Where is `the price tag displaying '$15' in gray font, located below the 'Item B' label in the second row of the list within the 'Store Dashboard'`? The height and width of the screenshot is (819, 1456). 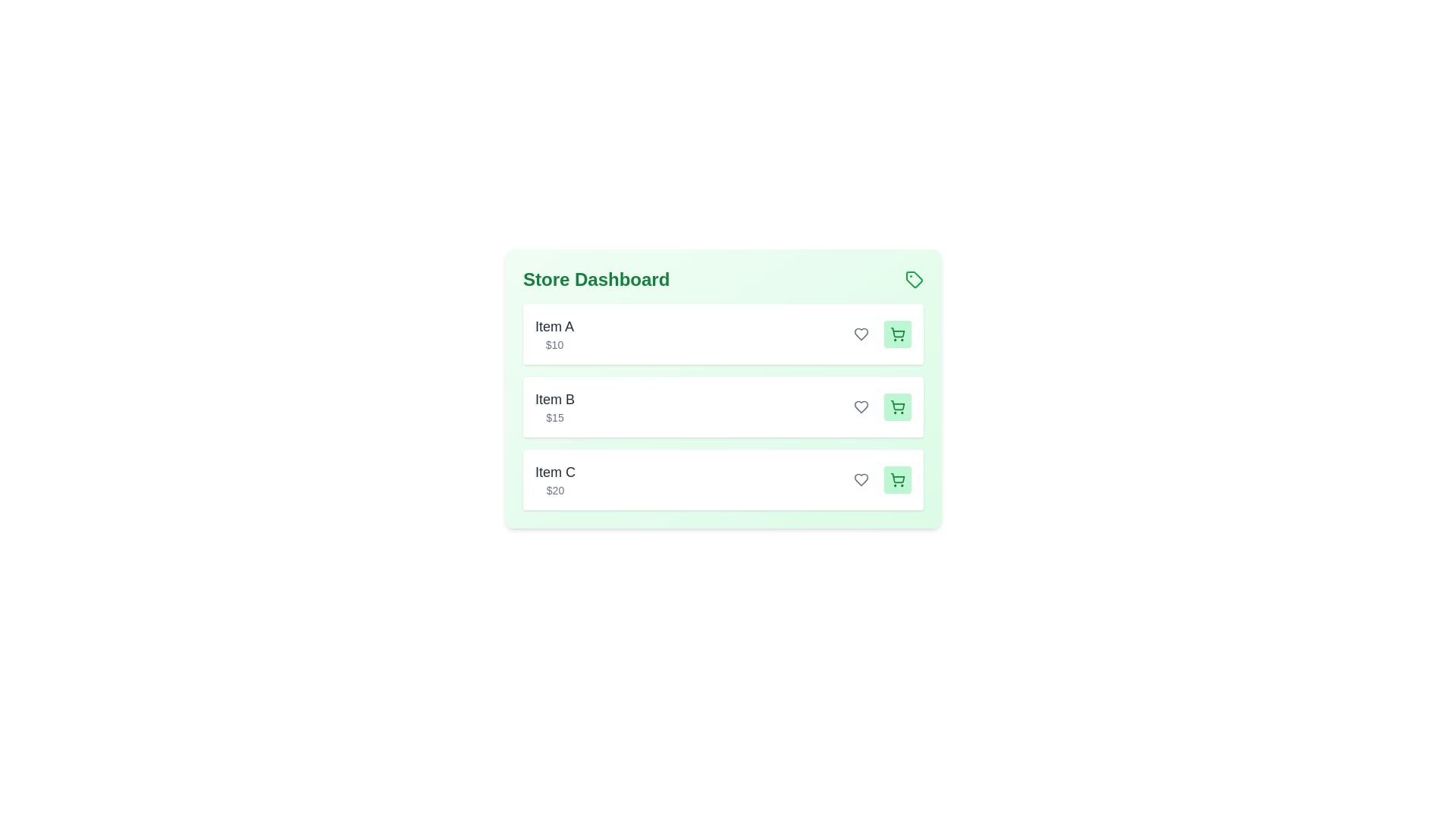 the price tag displaying '$15' in gray font, located below the 'Item B' label in the second row of the list within the 'Store Dashboard' is located at coordinates (554, 418).